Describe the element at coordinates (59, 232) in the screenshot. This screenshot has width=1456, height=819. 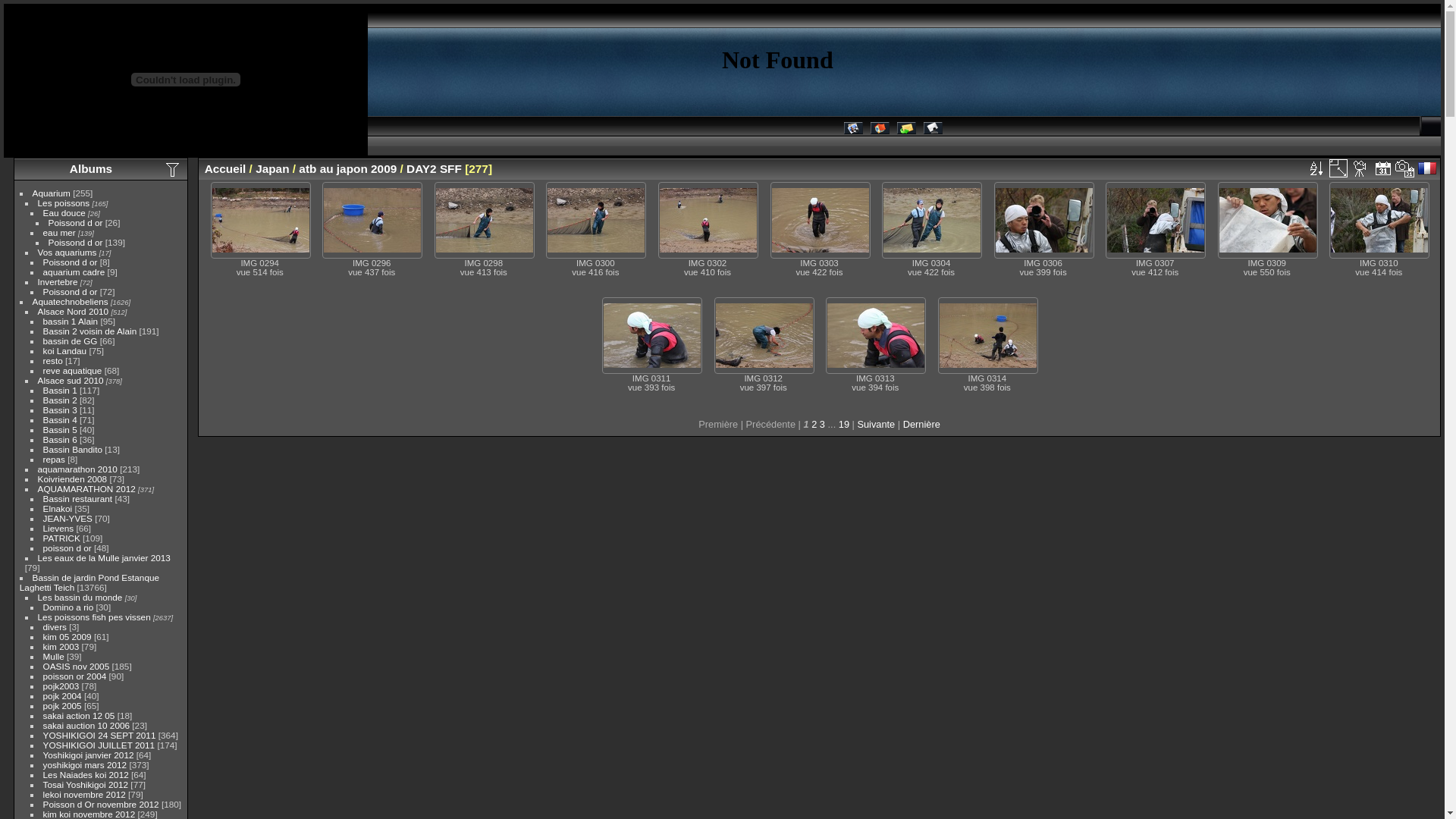
I see `'eau mer'` at that location.